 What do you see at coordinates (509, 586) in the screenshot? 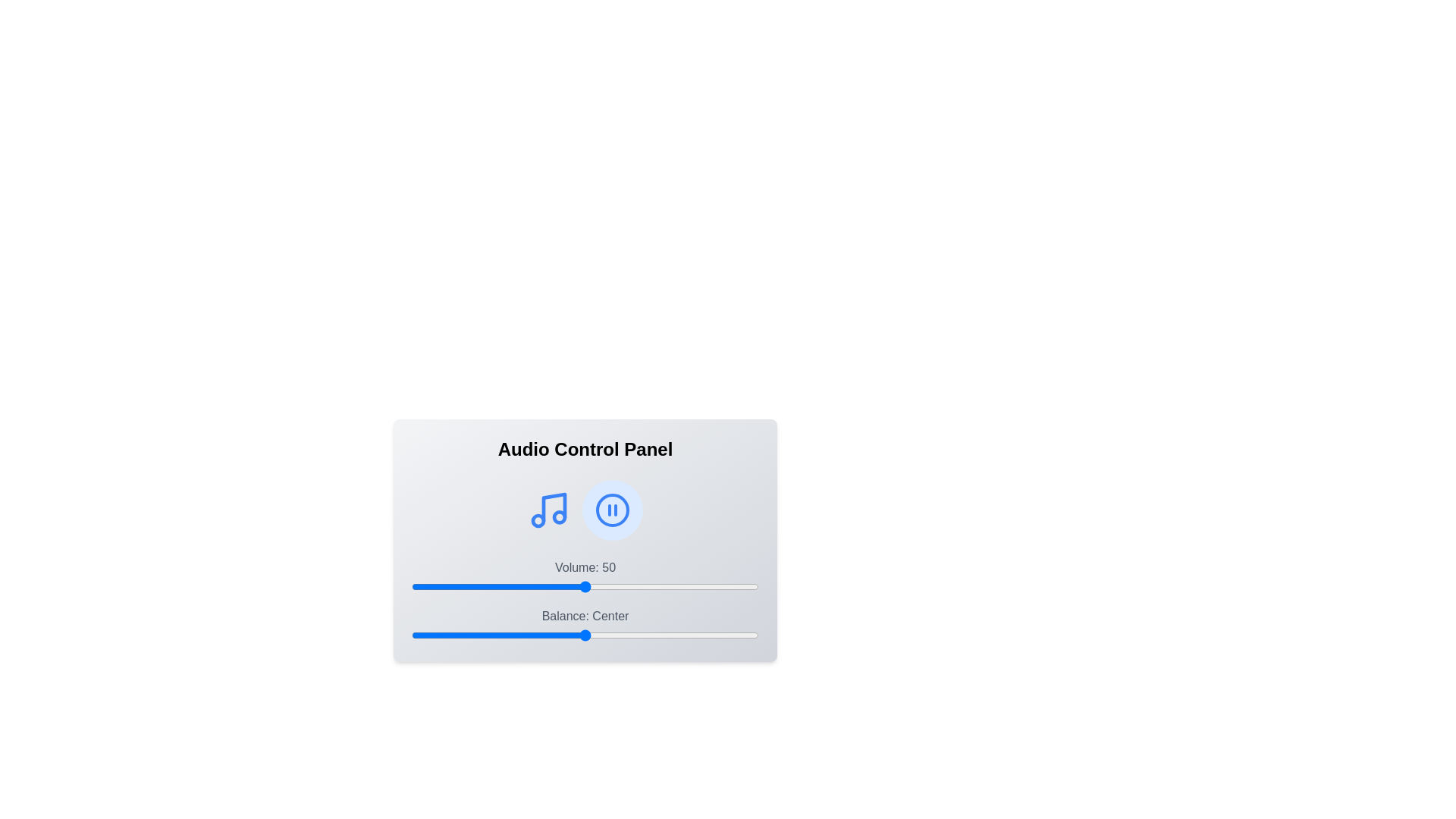
I see `the slider value` at bounding box center [509, 586].